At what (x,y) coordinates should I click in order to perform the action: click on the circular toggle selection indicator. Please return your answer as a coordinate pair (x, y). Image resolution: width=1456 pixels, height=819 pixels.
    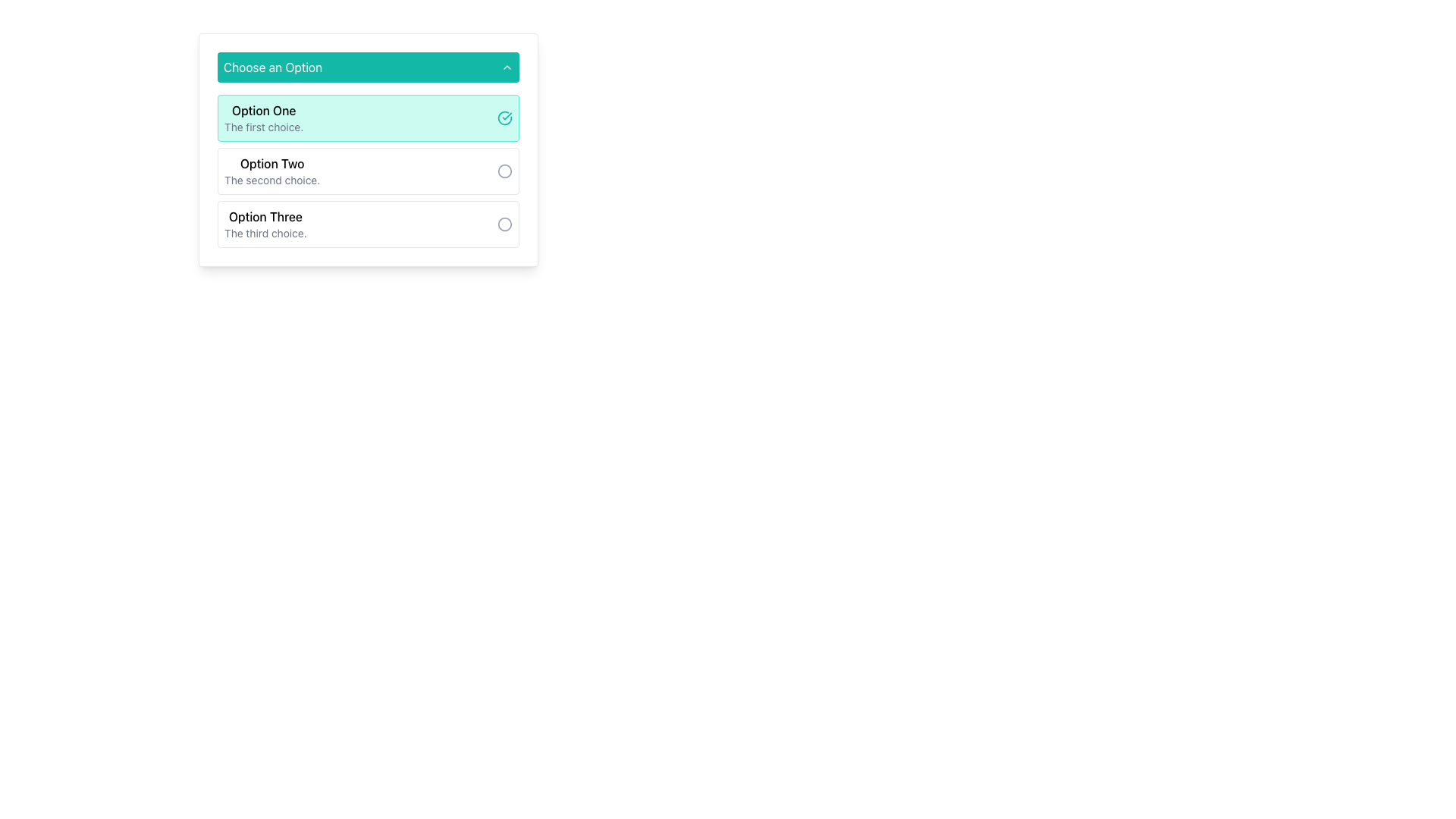
    Looking at the image, I should click on (505, 171).